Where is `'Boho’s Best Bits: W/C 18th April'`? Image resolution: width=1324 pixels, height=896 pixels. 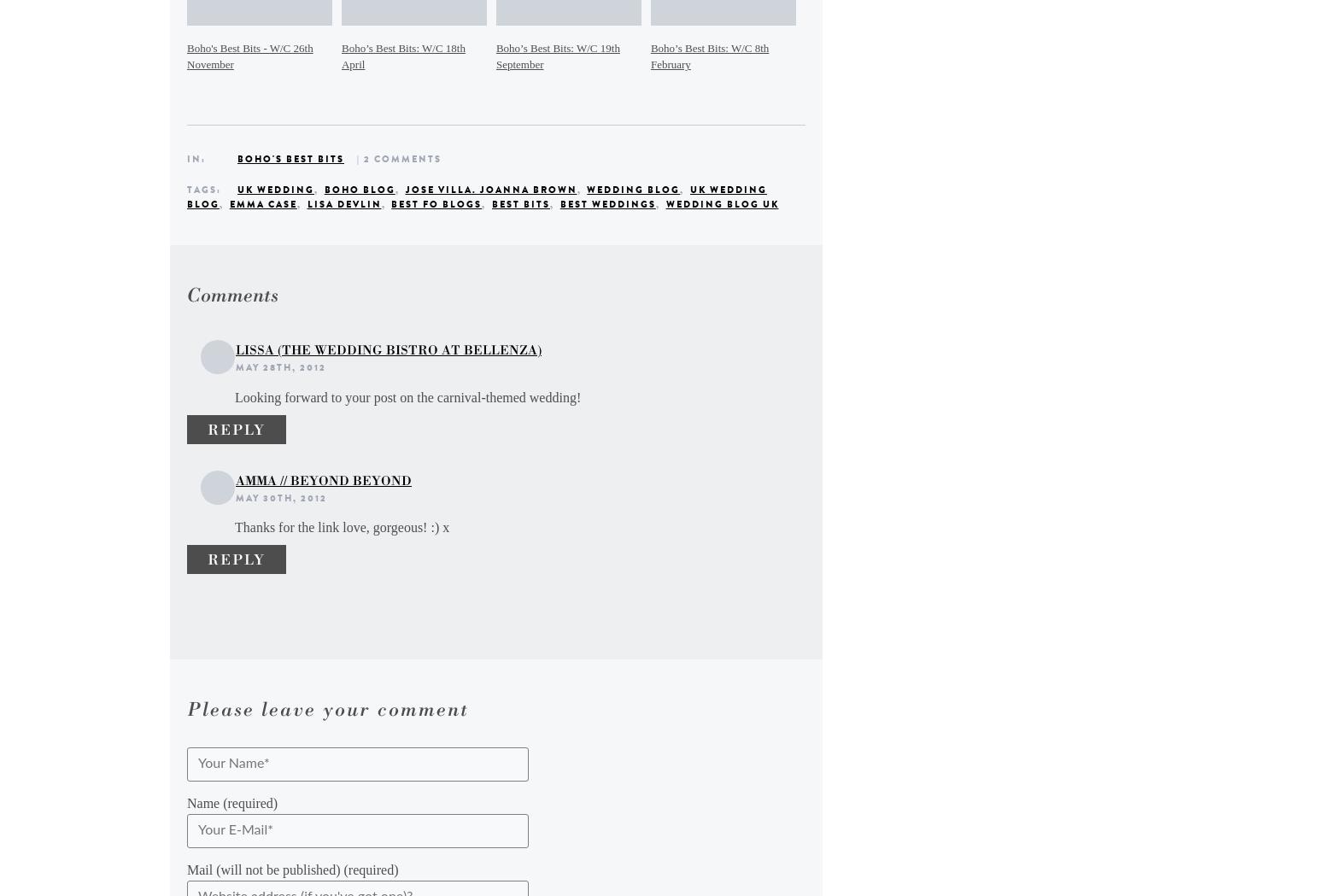
'Boho’s Best Bits: W/C 18th April' is located at coordinates (340, 56).